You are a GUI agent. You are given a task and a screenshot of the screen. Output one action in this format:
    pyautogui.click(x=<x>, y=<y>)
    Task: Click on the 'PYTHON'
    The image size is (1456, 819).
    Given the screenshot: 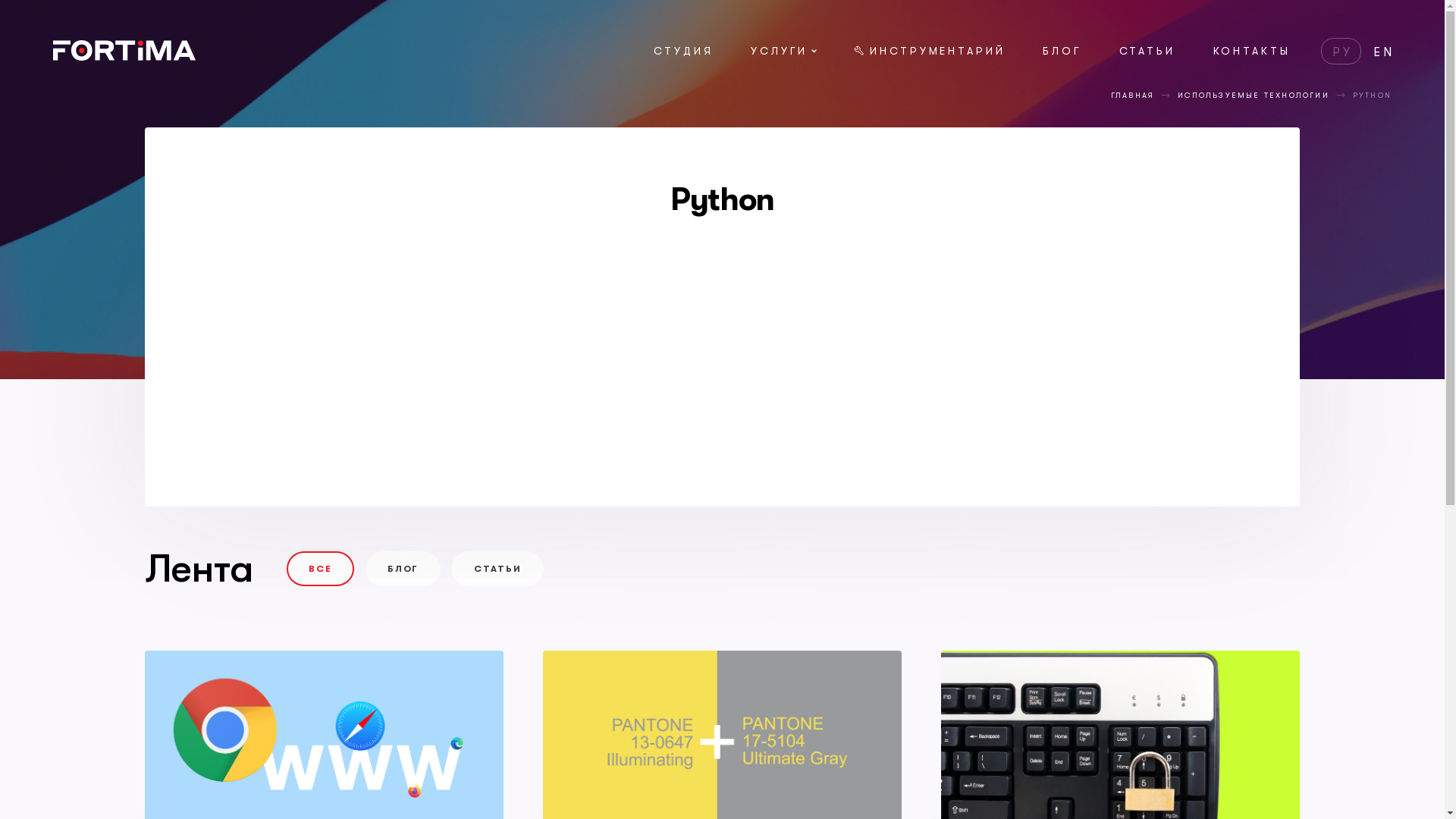 What is the action you would take?
    pyautogui.click(x=1353, y=95)
    